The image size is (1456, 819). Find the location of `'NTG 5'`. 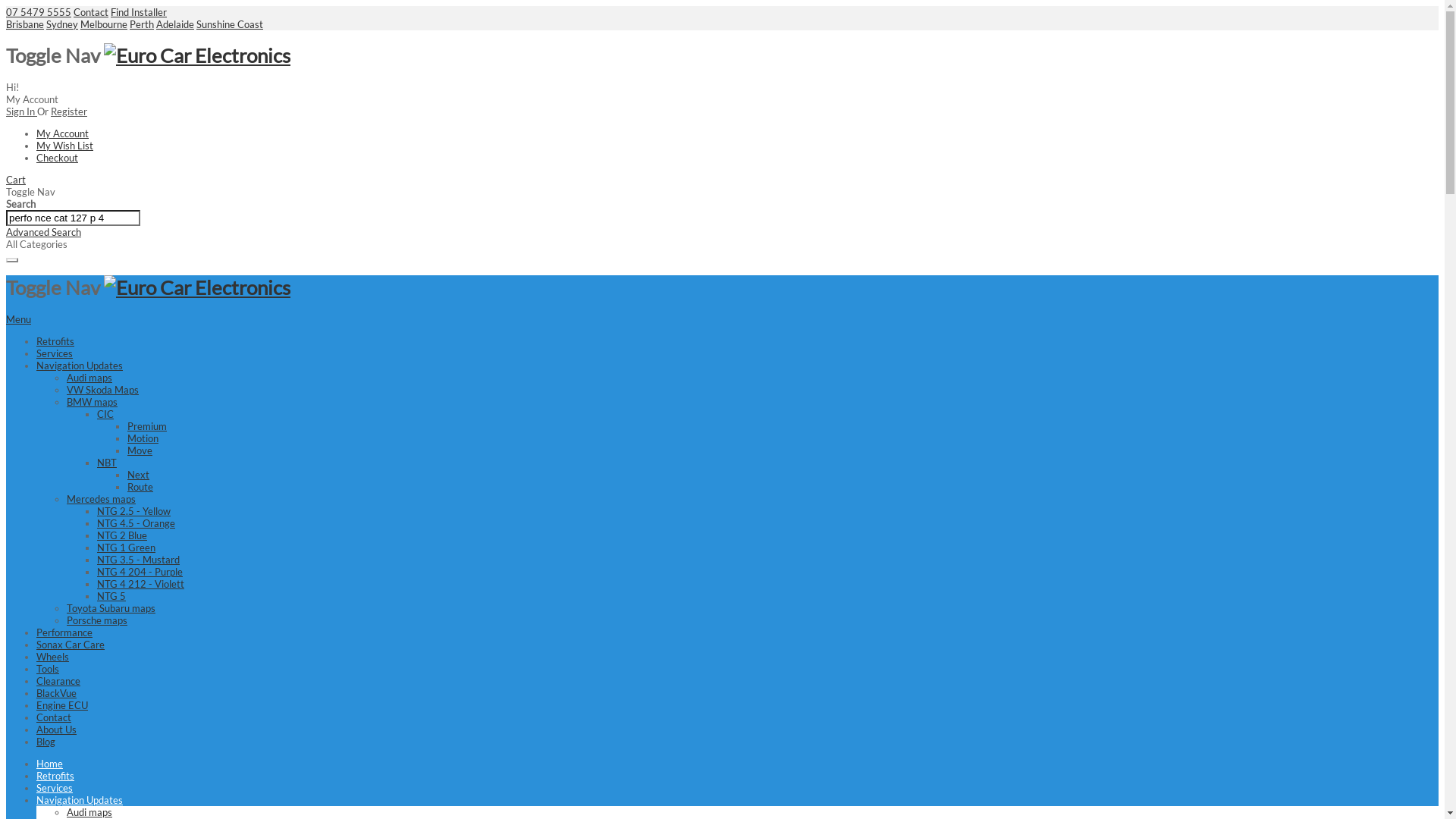

'NTG 5' is located at coordinates (96, 595).